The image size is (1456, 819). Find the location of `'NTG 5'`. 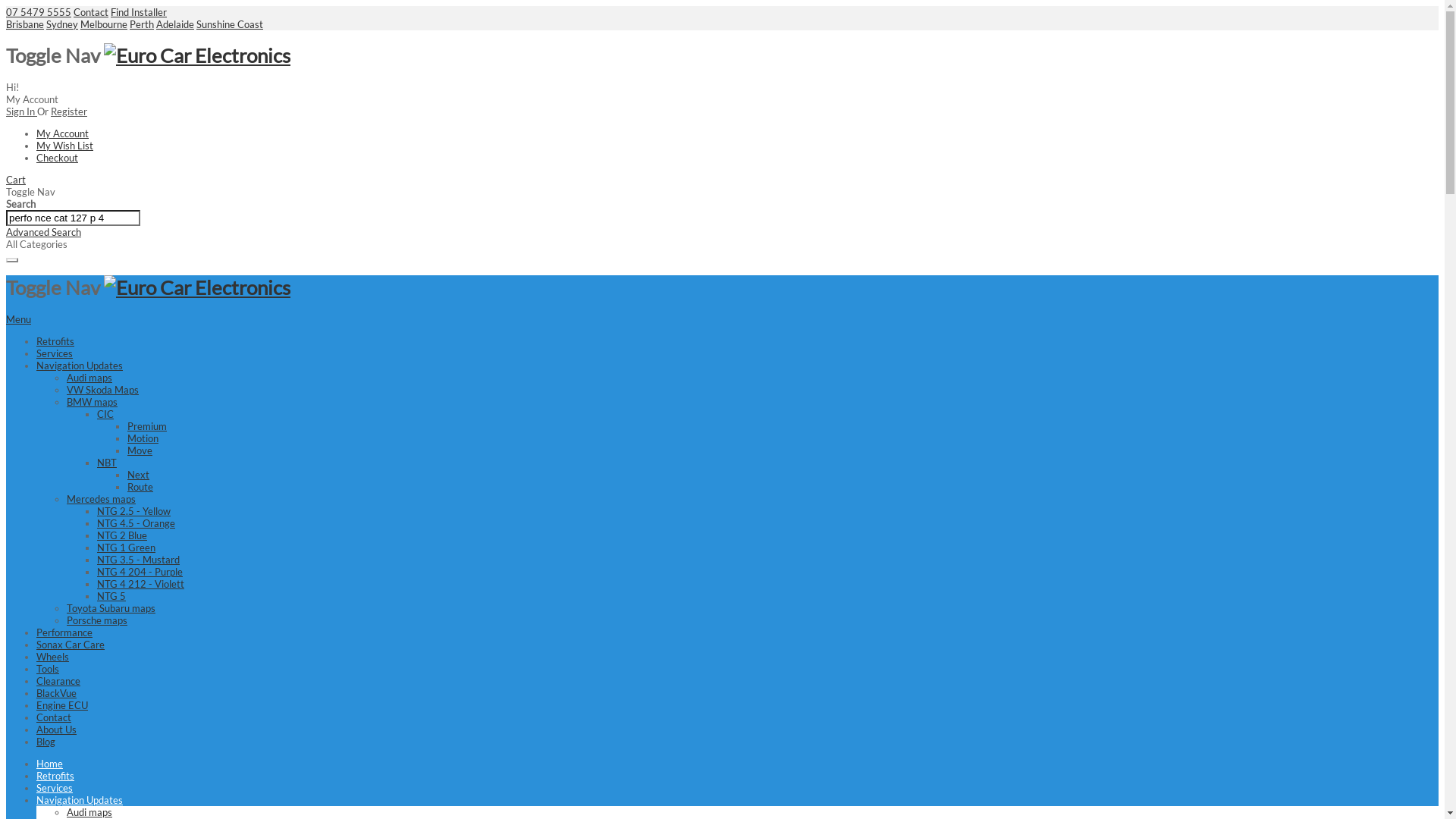

'NTG 5' is located at coordinates (96, 595).